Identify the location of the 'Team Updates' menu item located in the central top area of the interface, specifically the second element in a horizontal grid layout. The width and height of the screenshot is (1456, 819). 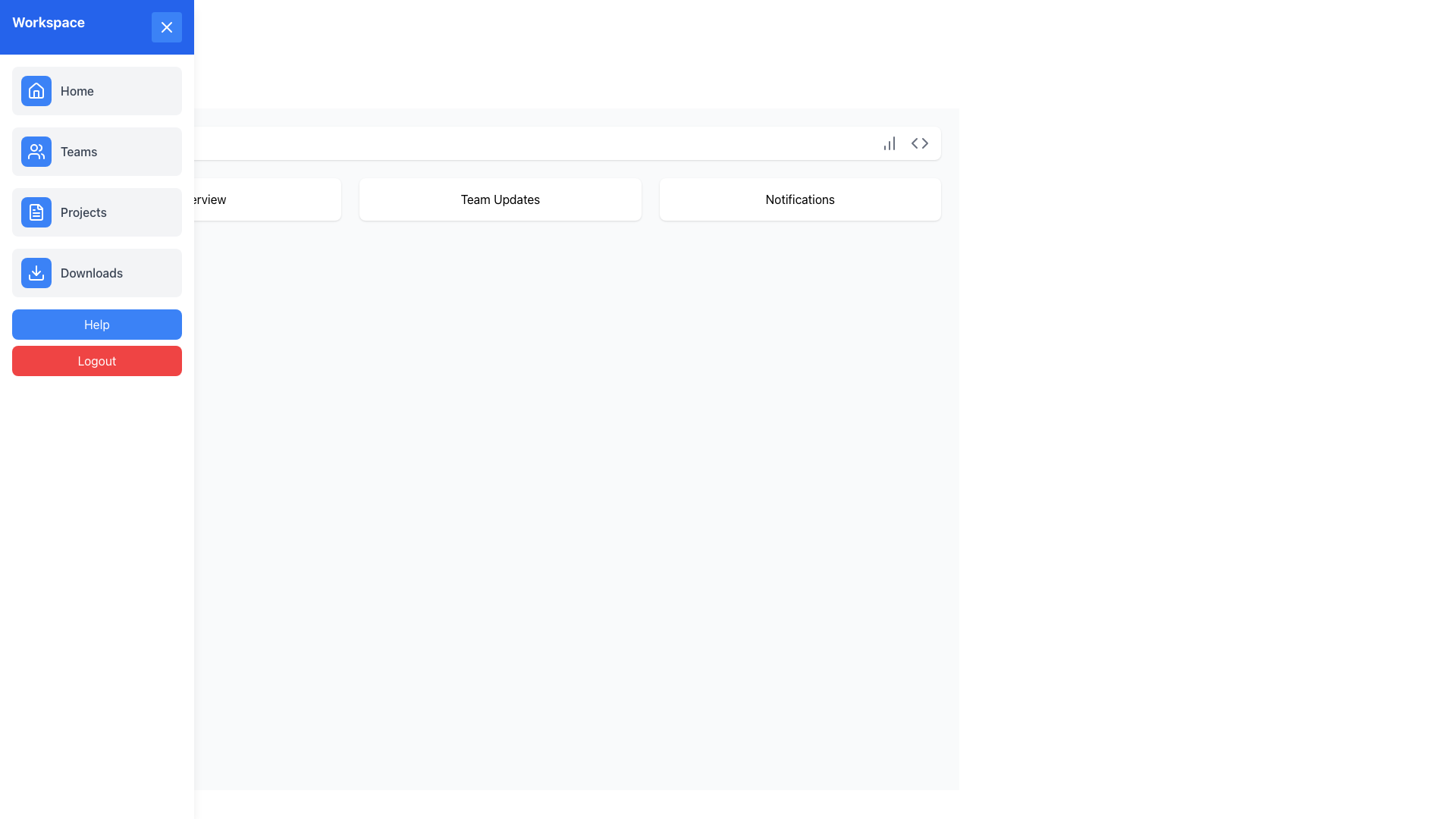
(500, 198).